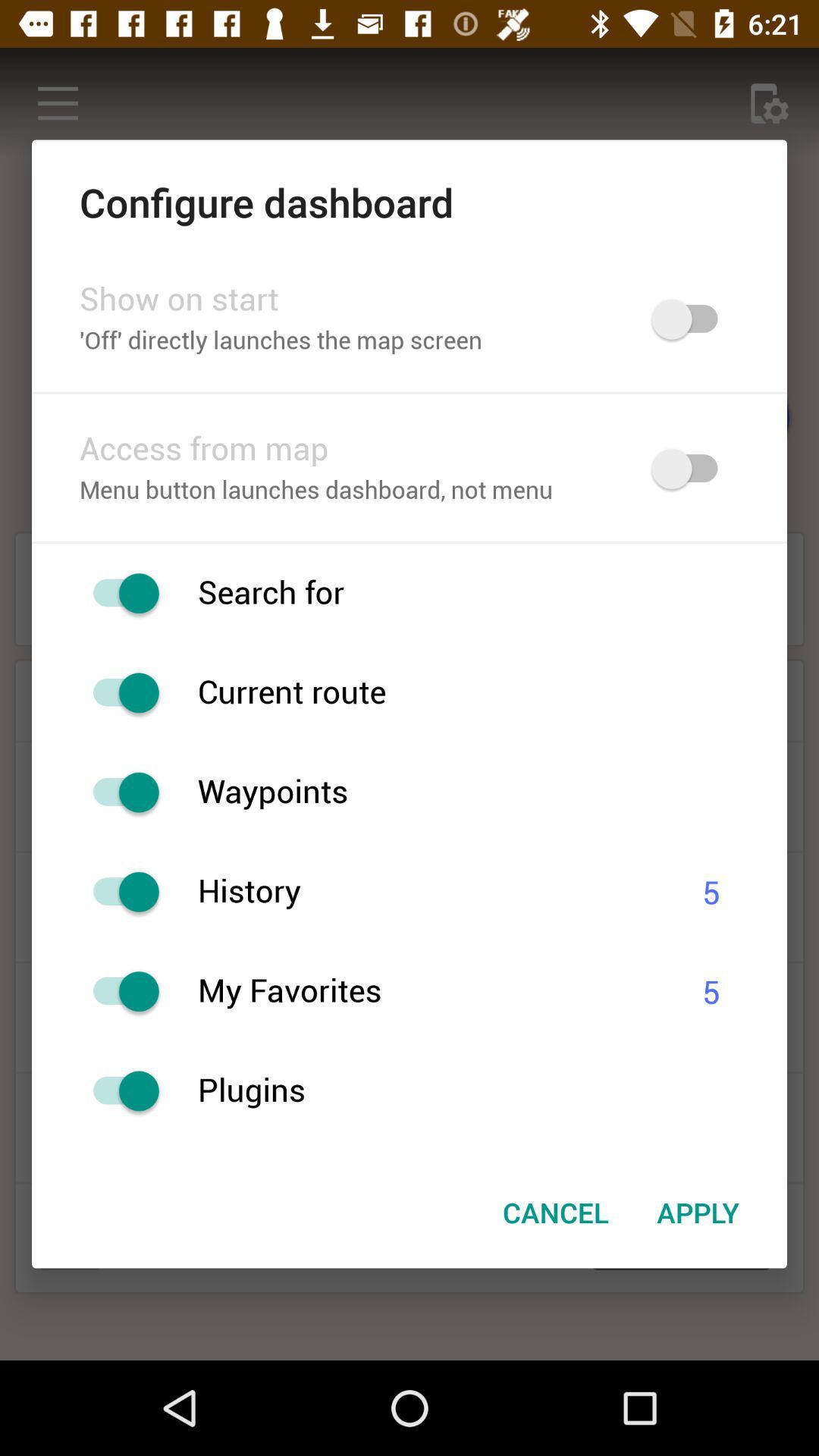 This screenshot has width=819, height=1456. I want to click on the cancel, so click(556, 1211).